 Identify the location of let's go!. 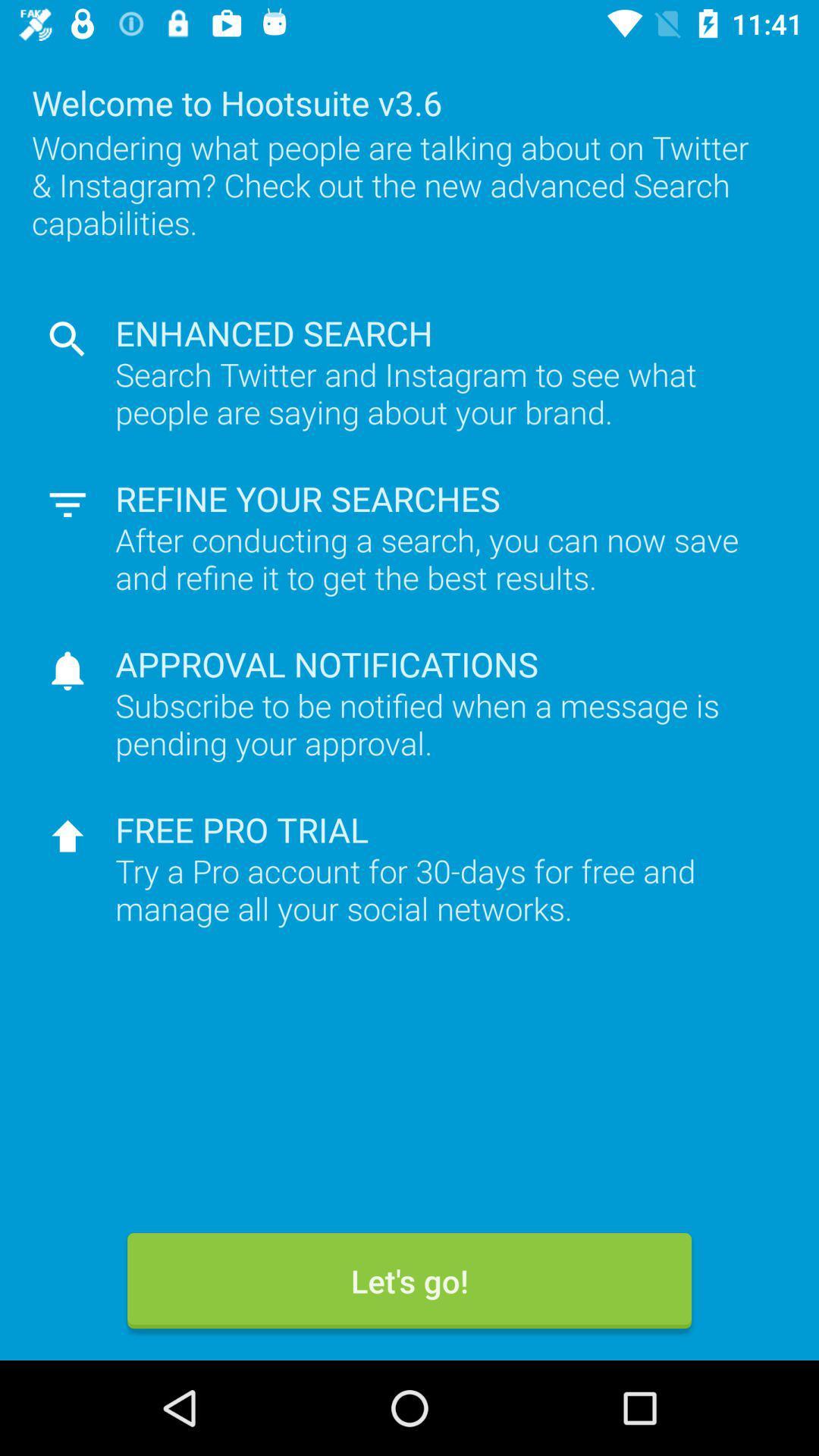
(409, 1280).